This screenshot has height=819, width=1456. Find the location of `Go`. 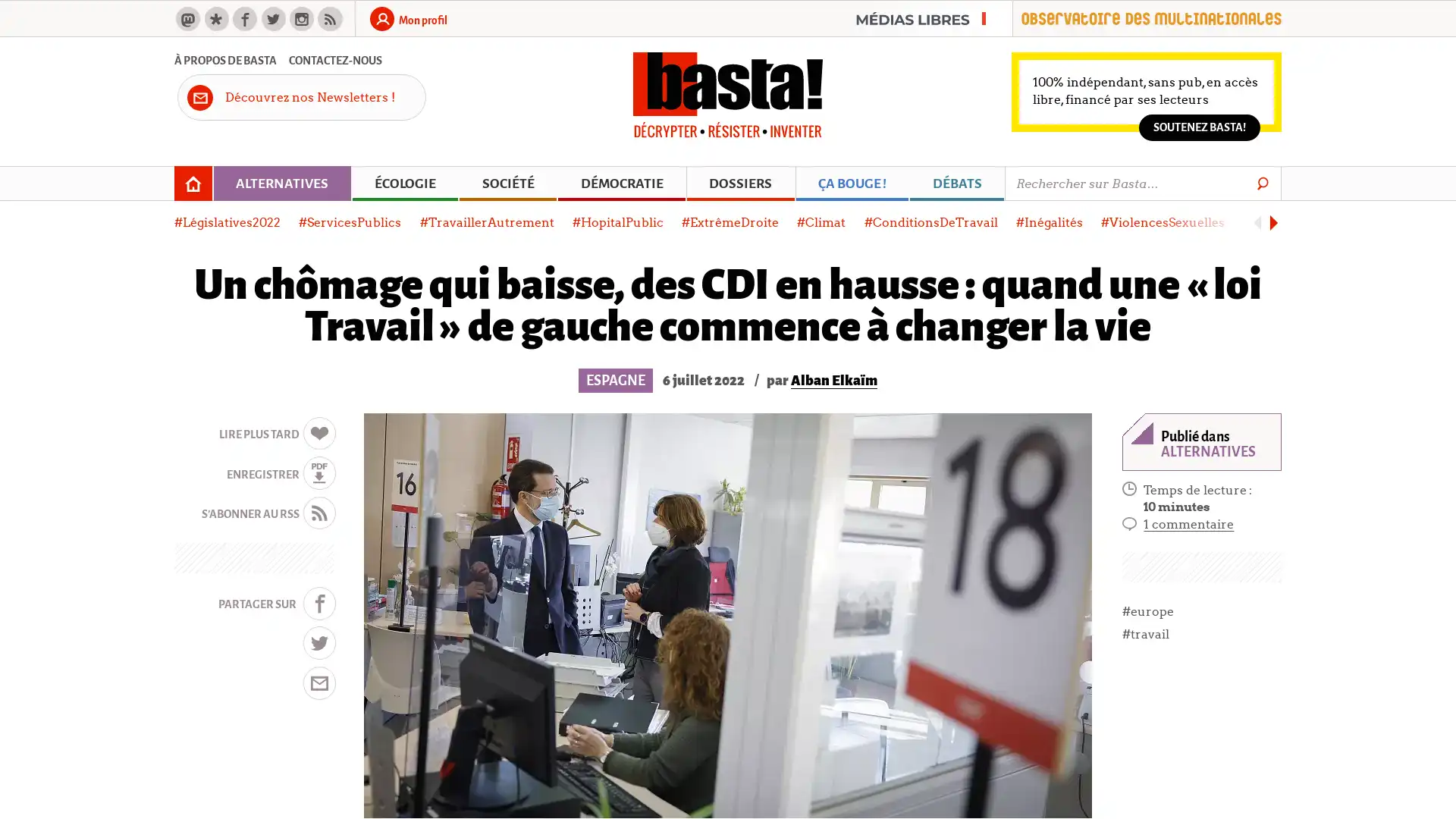

Go is located at coordinates (1263, 182).